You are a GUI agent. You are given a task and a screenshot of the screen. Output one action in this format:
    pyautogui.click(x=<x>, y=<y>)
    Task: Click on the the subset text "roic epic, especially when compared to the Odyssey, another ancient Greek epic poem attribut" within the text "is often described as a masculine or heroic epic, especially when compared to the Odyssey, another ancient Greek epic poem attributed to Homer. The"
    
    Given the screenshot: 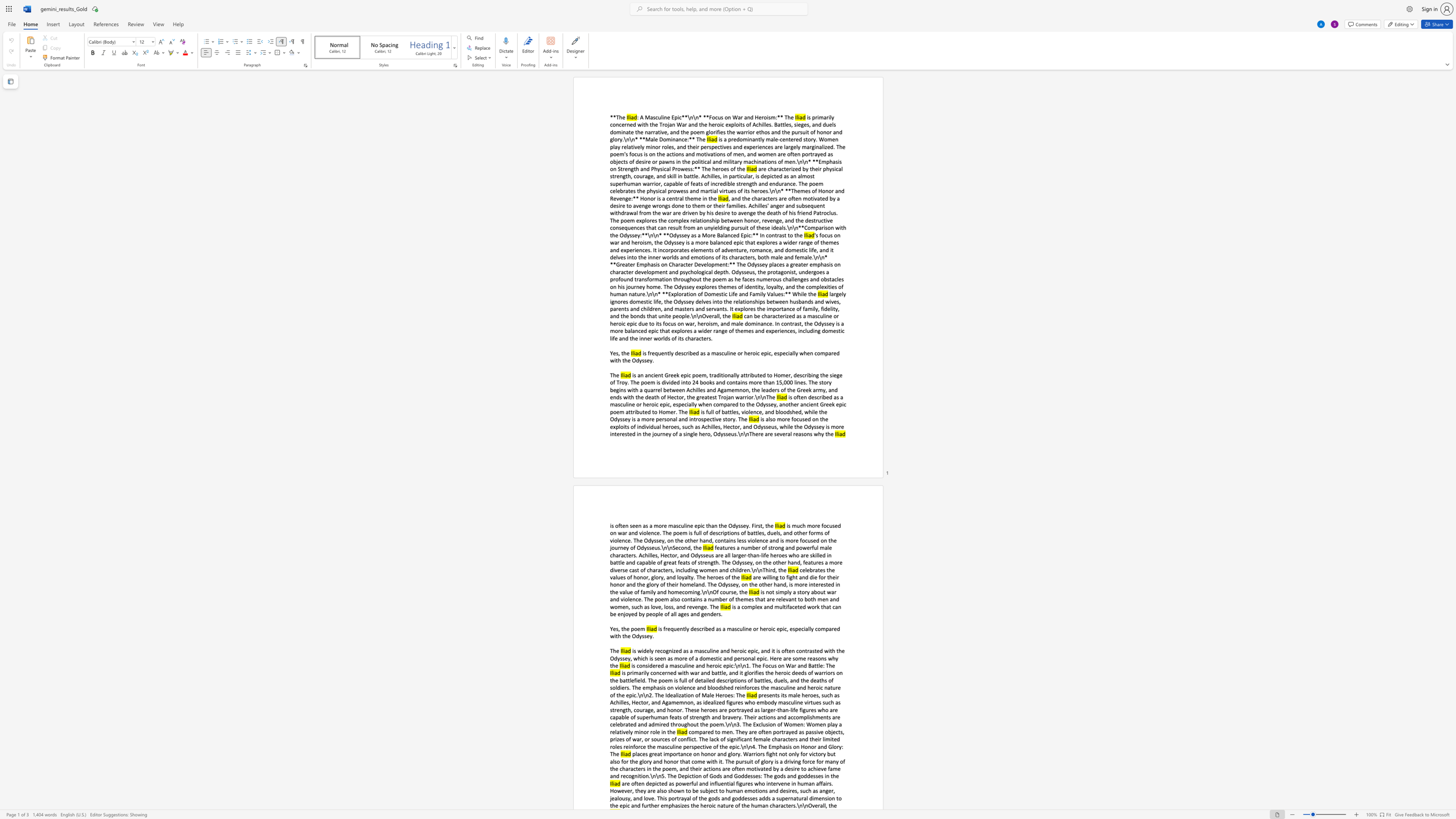 What is the action you would take?
    pyautogui.click(x=649, y=404)
    